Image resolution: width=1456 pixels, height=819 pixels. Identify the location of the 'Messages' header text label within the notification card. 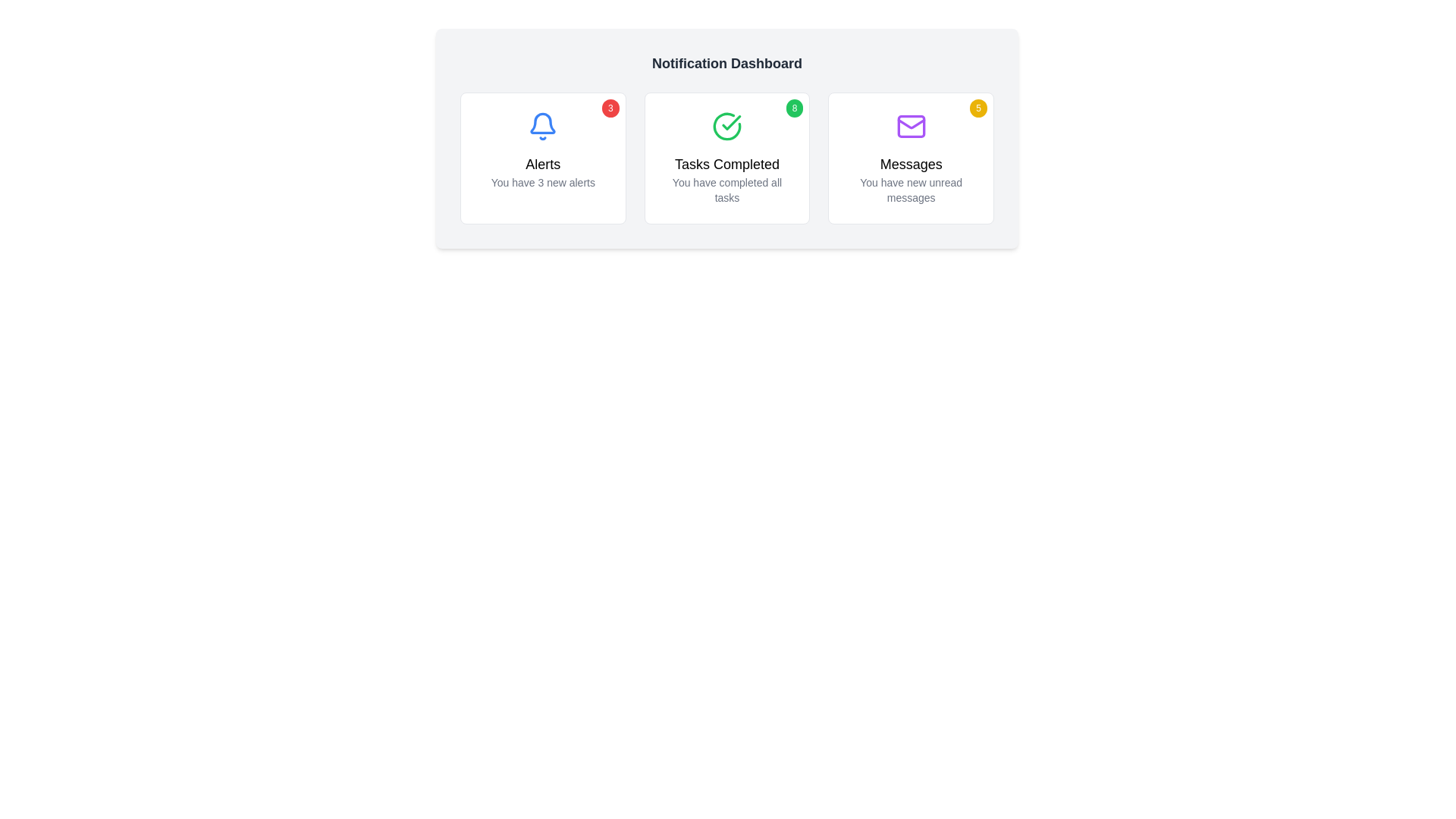
(910, 164).